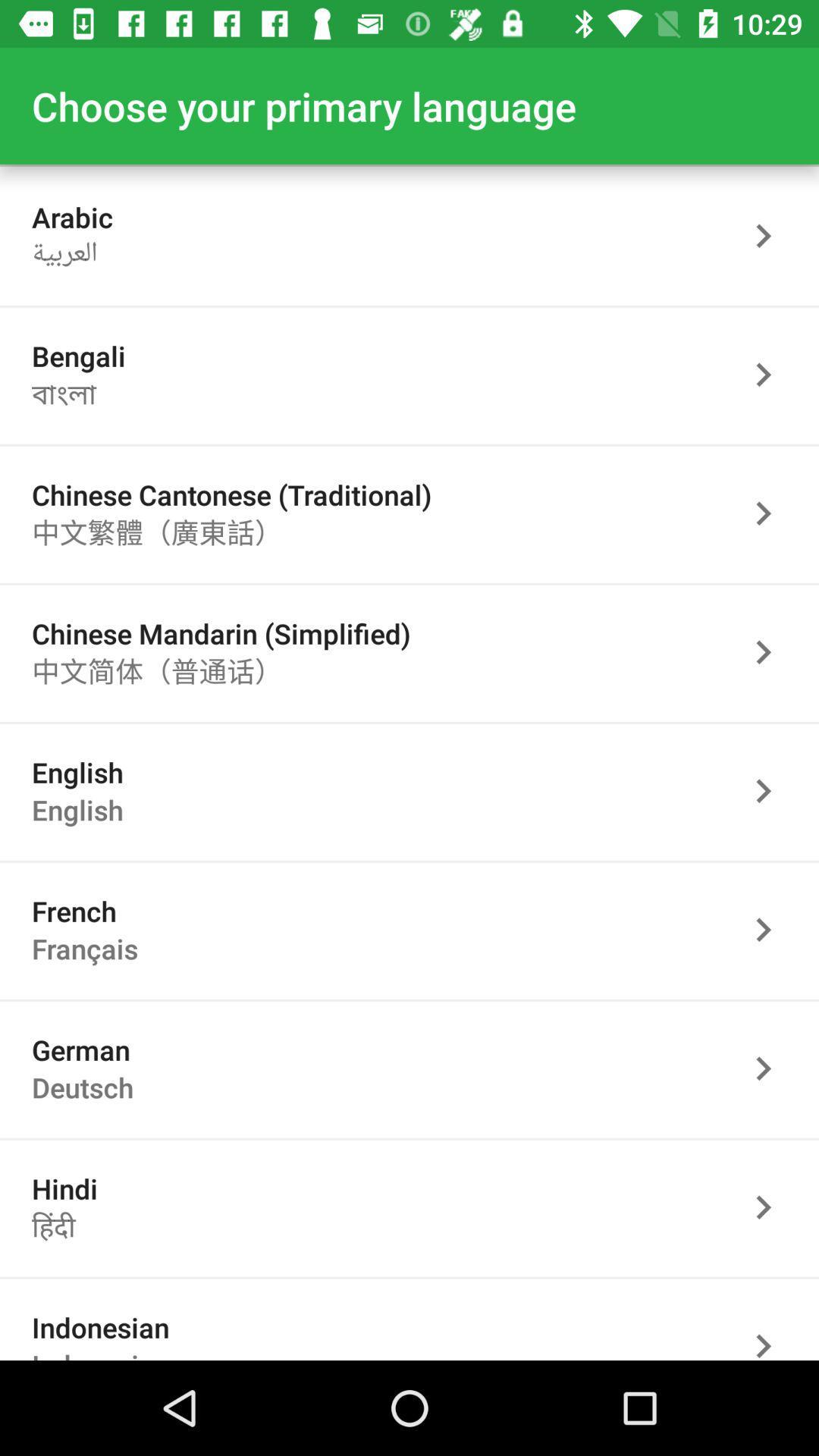 The width and height of the screenshot is (819, 1456). I want to click on pick this language, so click(771, 513).